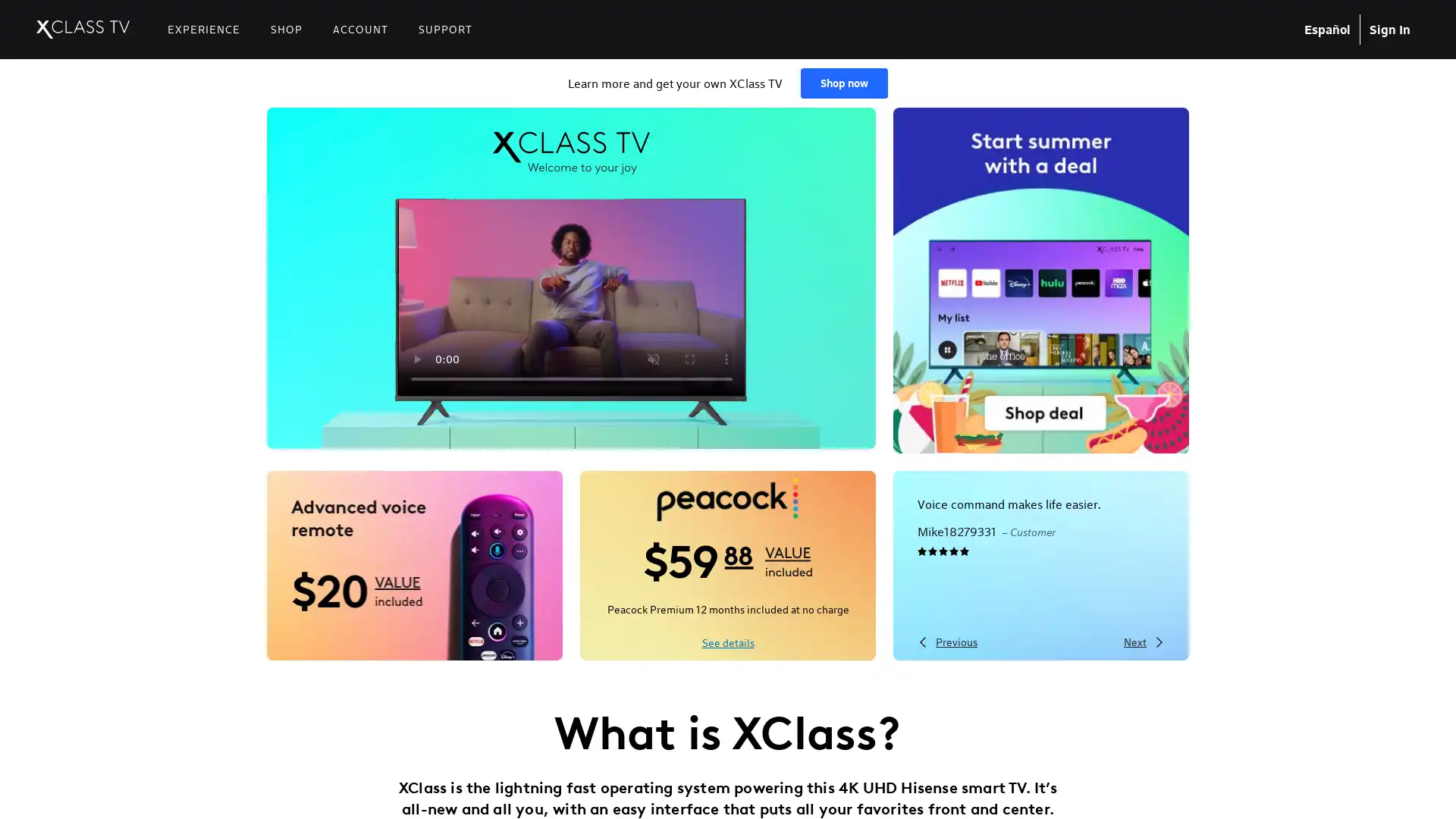  Describe the element at coordinates (724, 359) in the screenshot. I see `show more media controls` at that location.